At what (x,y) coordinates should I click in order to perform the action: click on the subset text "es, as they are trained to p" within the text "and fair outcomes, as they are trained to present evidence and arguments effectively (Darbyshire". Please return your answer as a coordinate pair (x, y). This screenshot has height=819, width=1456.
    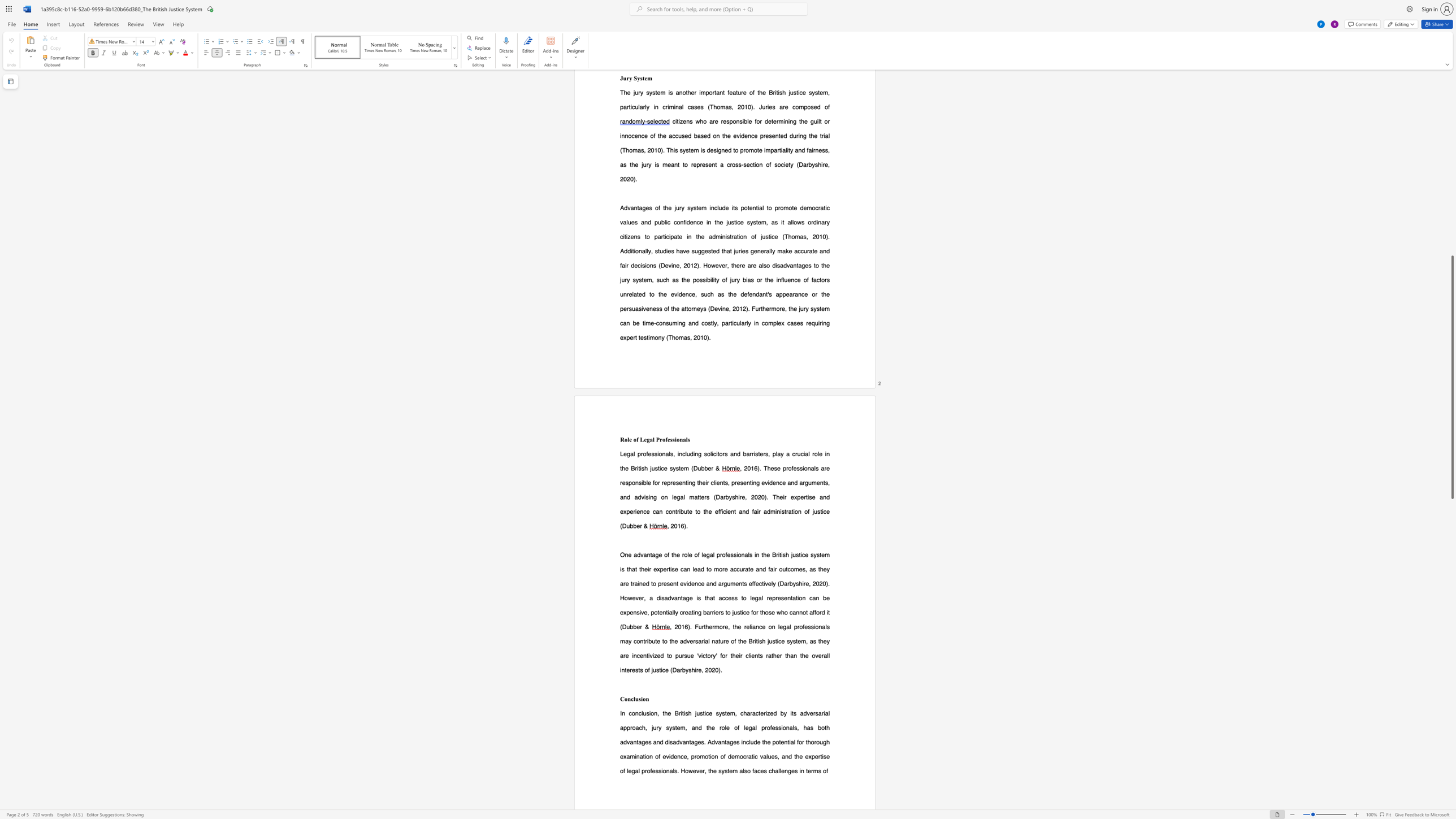
    Looking at the image, I should click on (799, 569).